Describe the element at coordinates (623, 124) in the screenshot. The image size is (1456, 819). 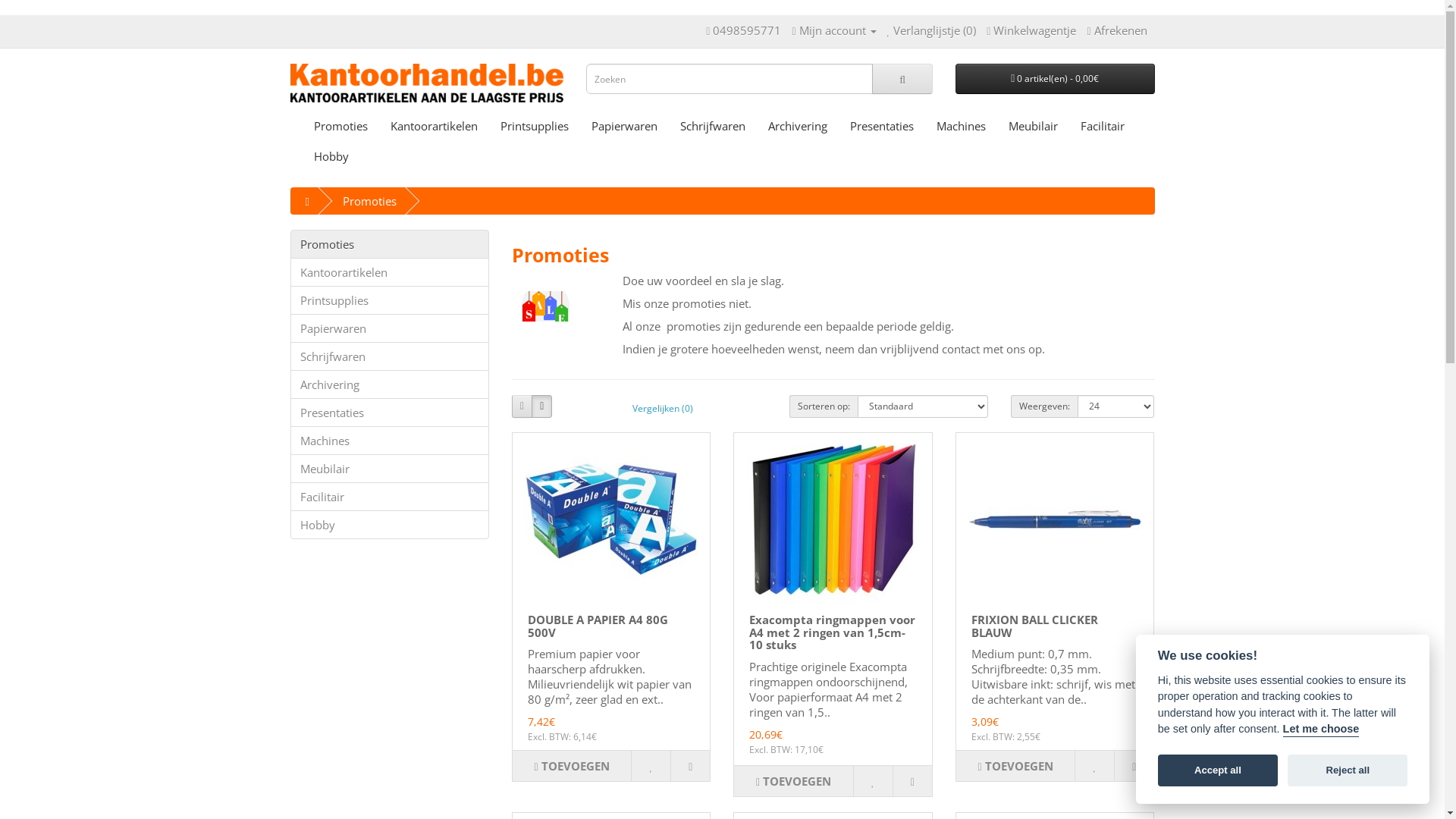
I see `'Papierwaren'` at that location.